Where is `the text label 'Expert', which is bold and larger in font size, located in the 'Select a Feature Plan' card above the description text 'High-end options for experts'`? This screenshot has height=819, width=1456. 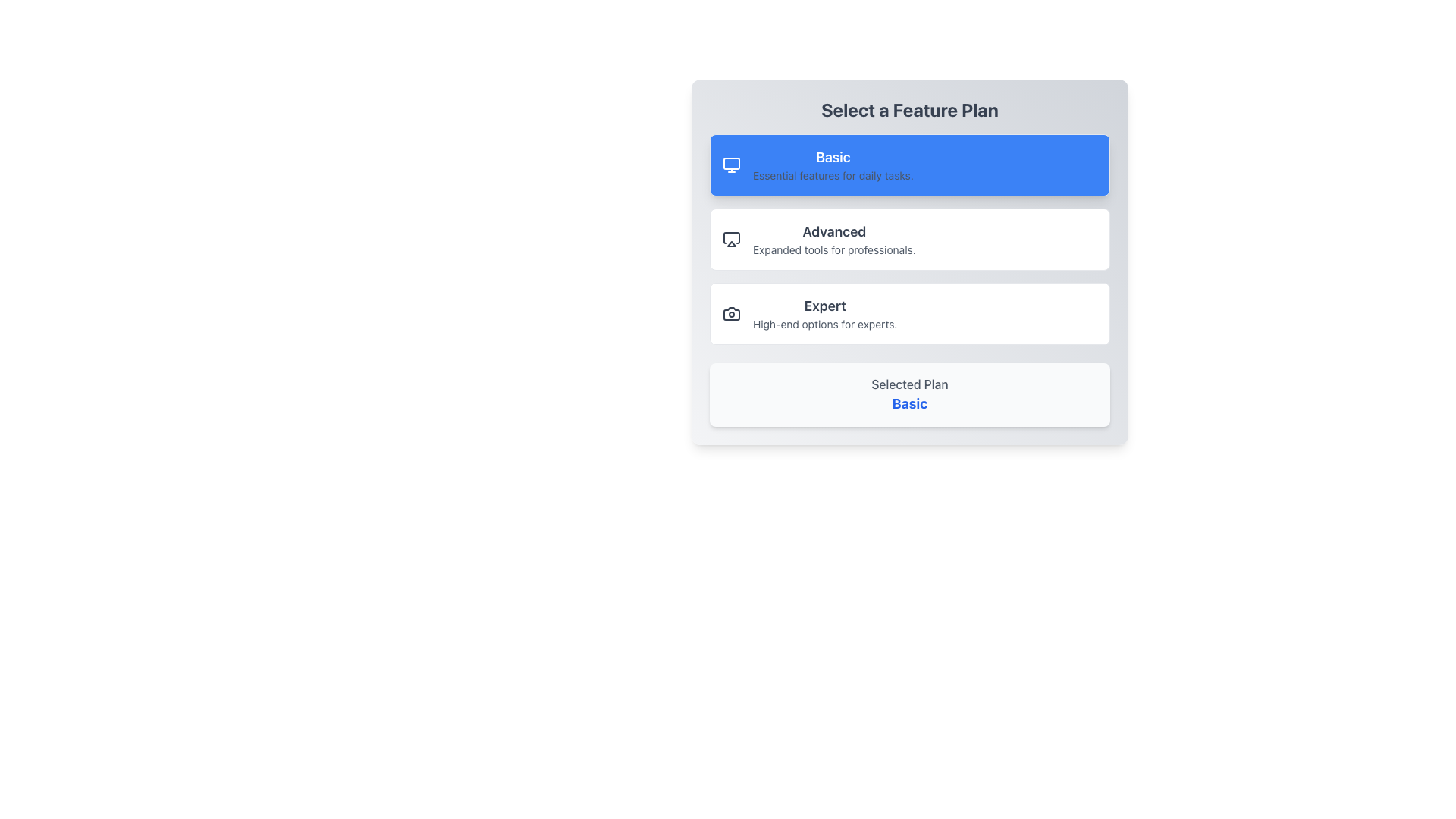 the text label 'Expert', which is bold and larger in font size, located in the 'Select a Feature Plan' card above the description text 'High-end options for experts' is located at coordinates (824, 306).